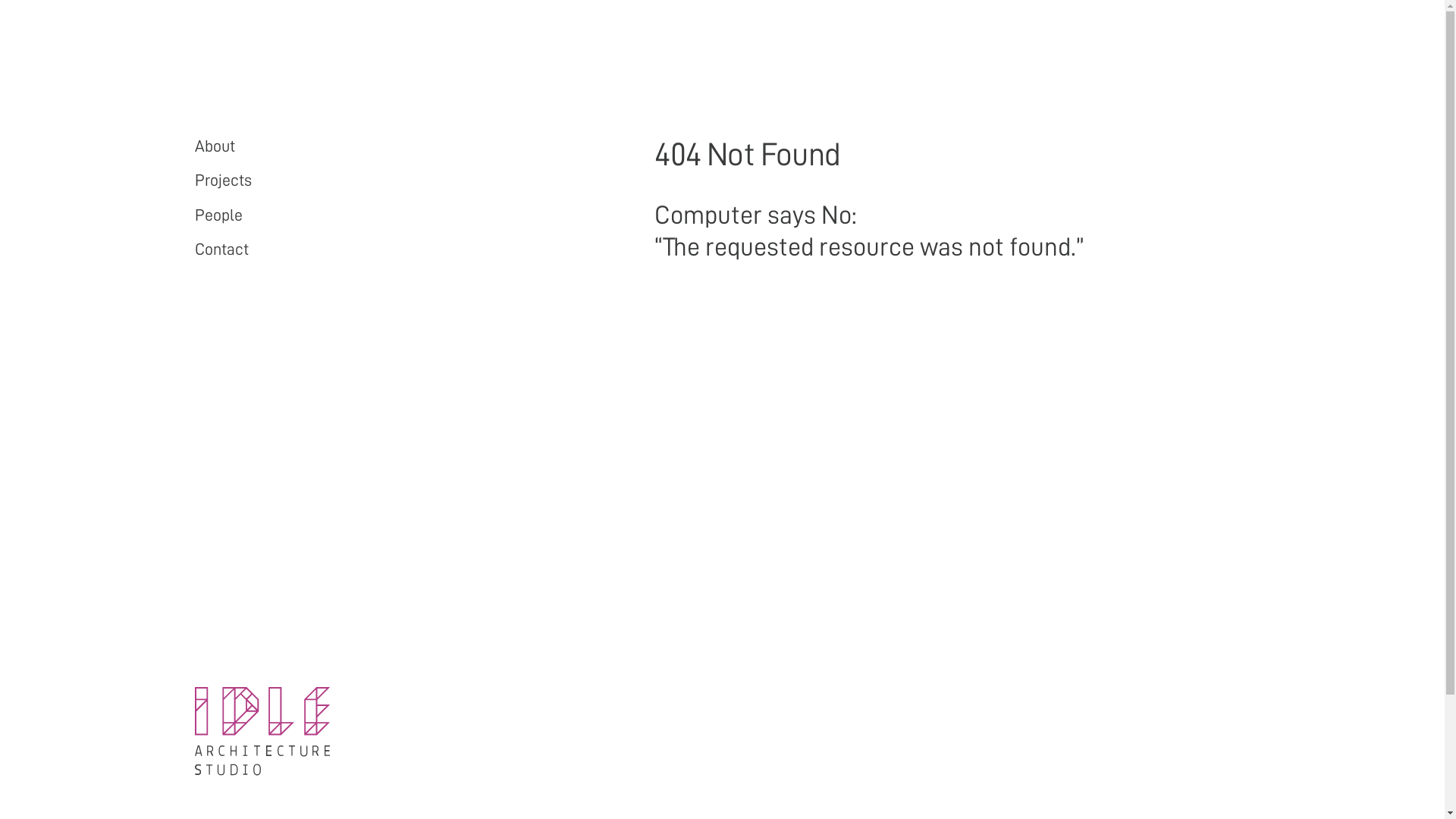  I want to click on 'About', so click(213, 146).